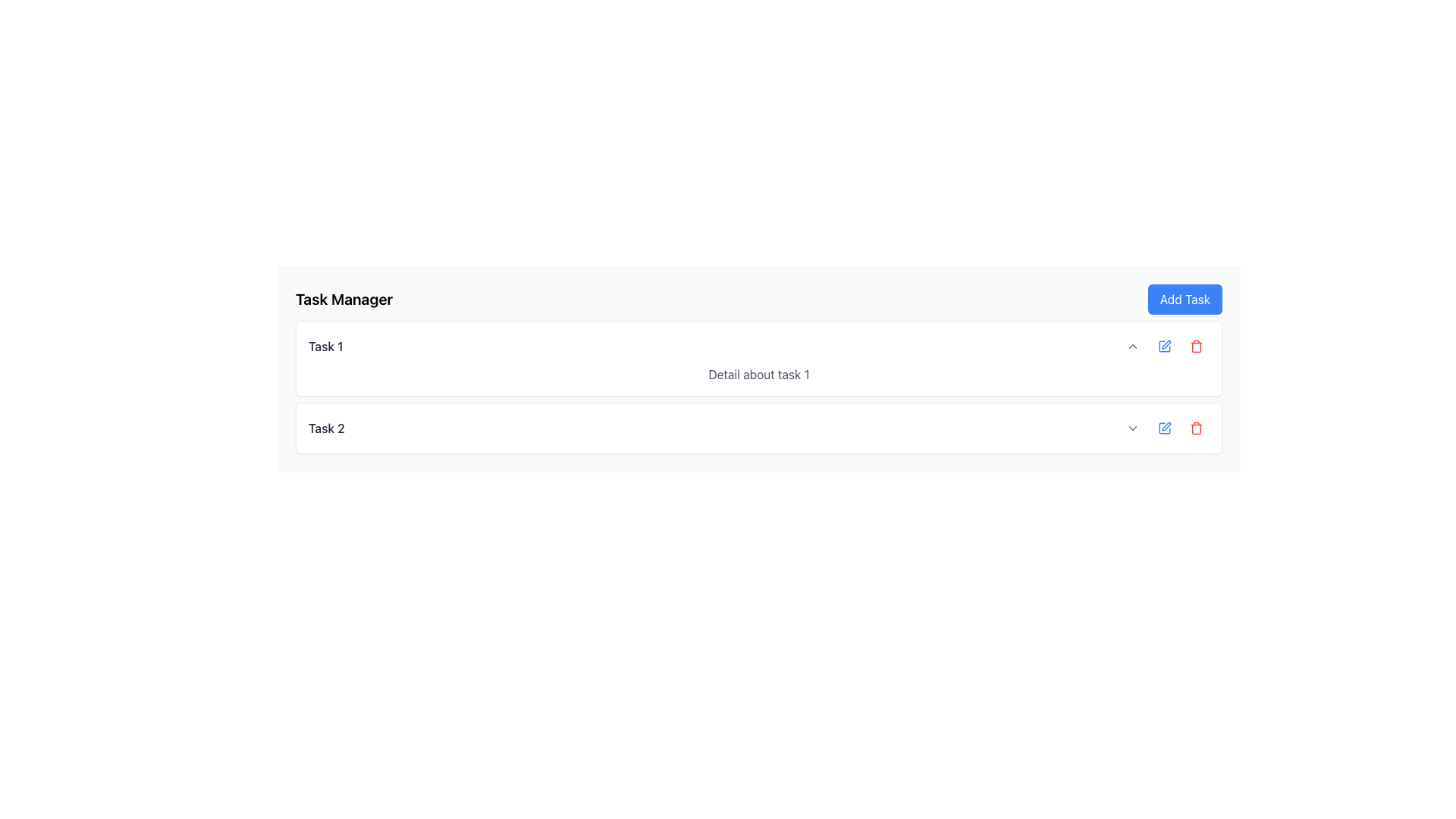 The height and width of the screenshot is (819, 1456). Describe the element at coordinates (1196, 346) in the screenshot. I see `the deletion button located in the rightmost section of the first task row to trigger a tooltip or visual feedback` at that location.